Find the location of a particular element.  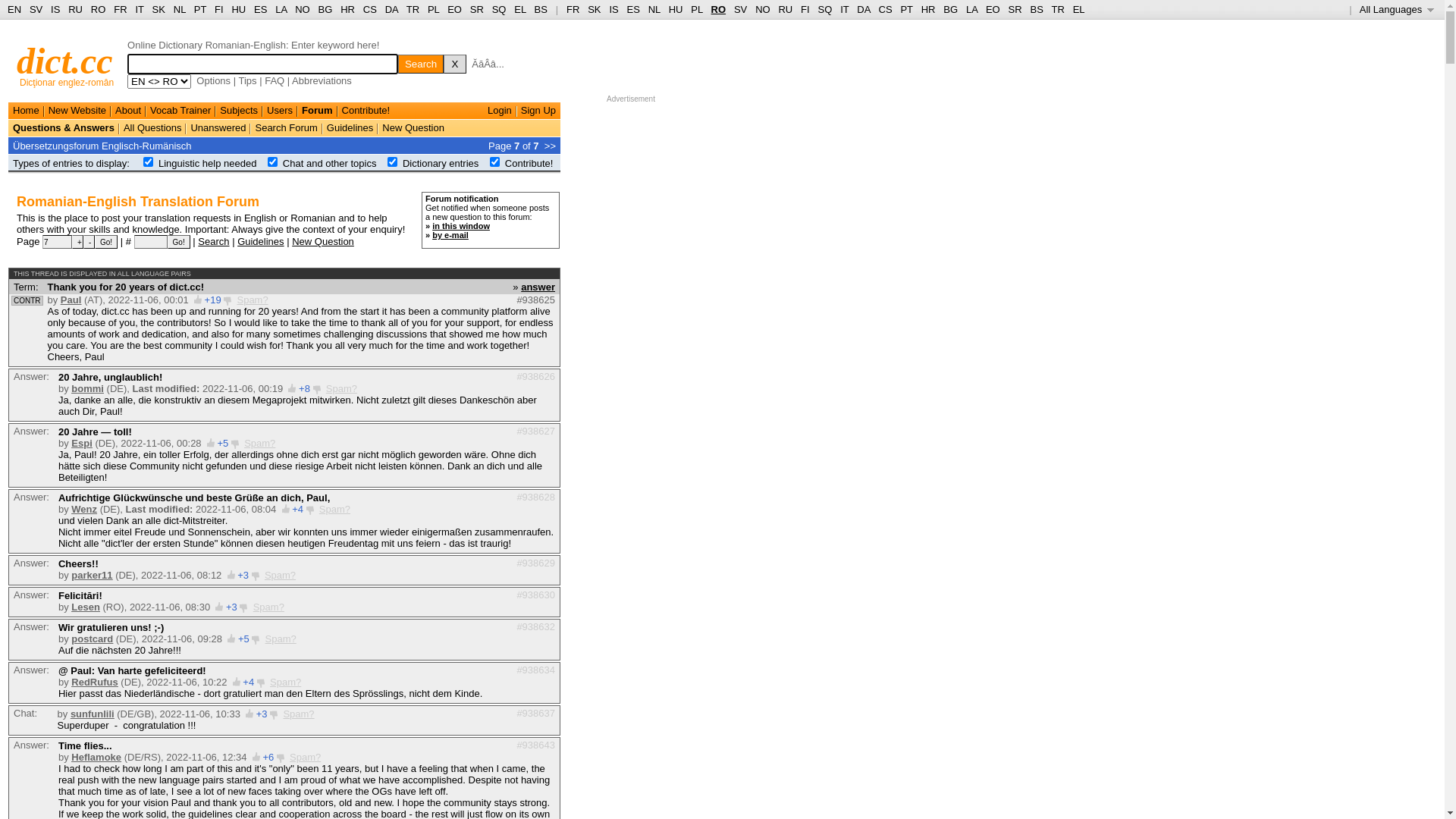

'Home' is located at coordinates (26, 109).